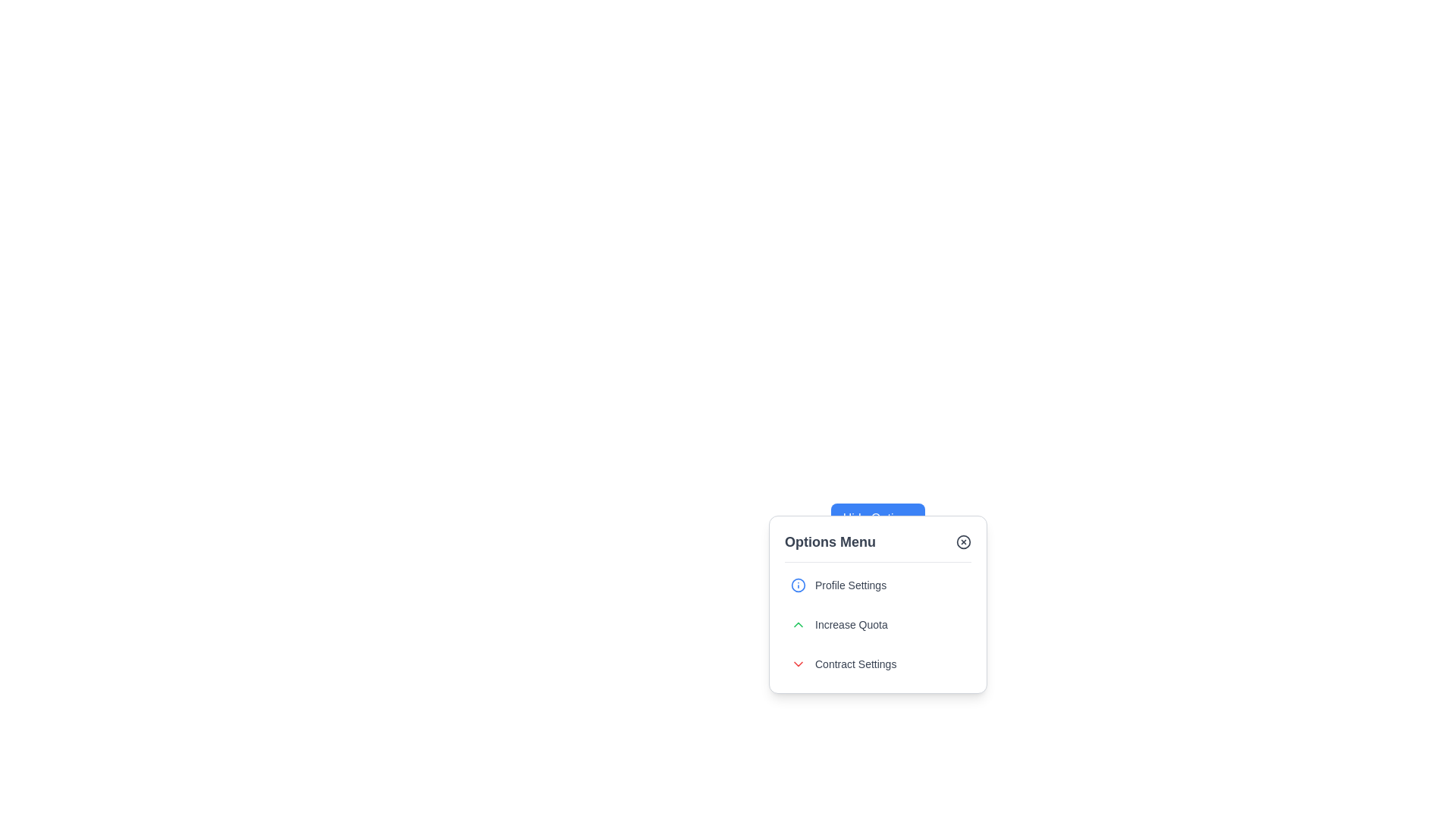 This screenshot has width=1456, height=819. What do you see at coordinates (797, 625) in the screenshot?
I see `the small green chevron icon pointing upwards, located to the left of the 'Increase Quota' text in the 'Options Menu' interface` at bounding box center [797, 625].